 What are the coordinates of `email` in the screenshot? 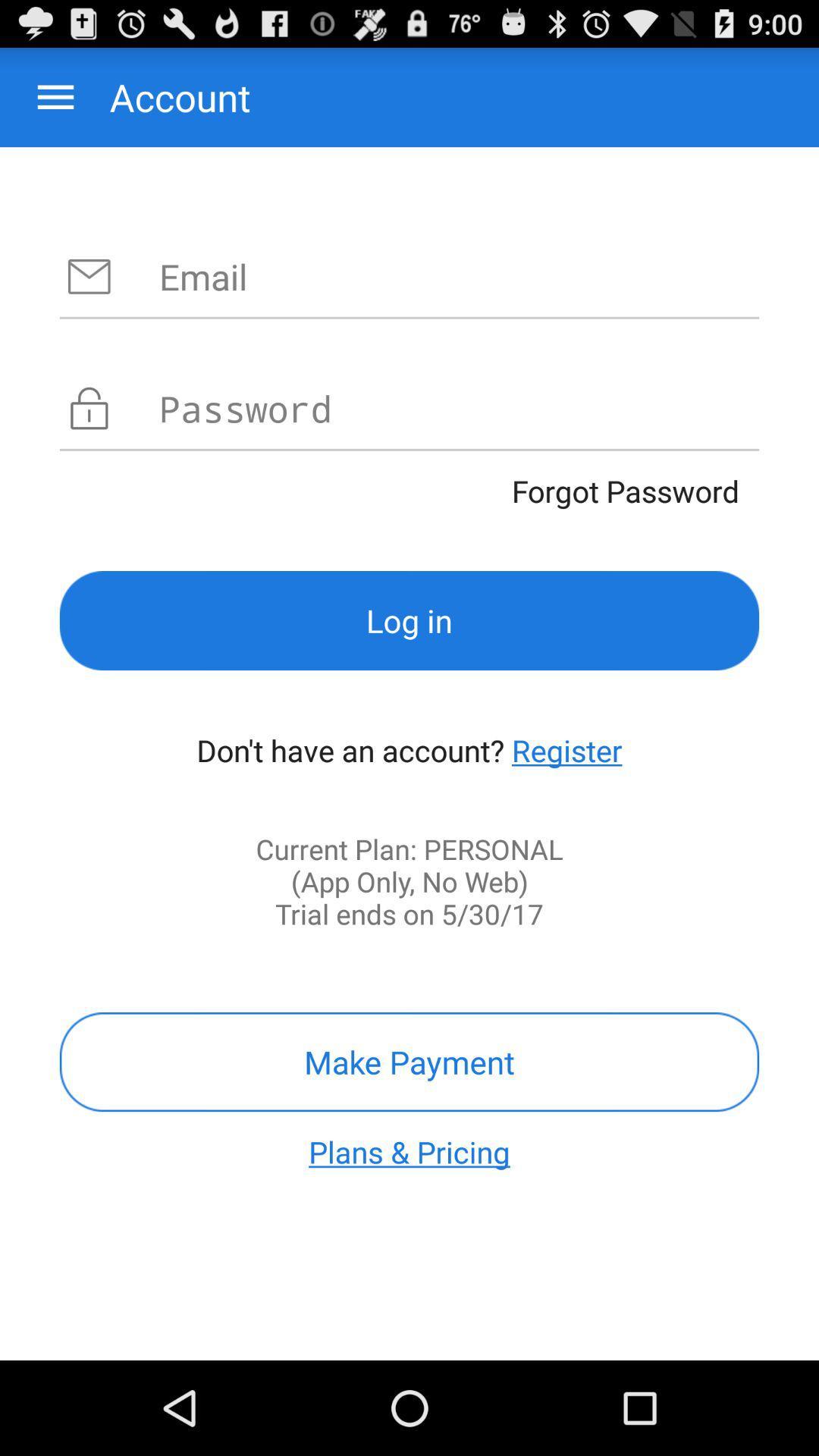 It's located at (458, 276).